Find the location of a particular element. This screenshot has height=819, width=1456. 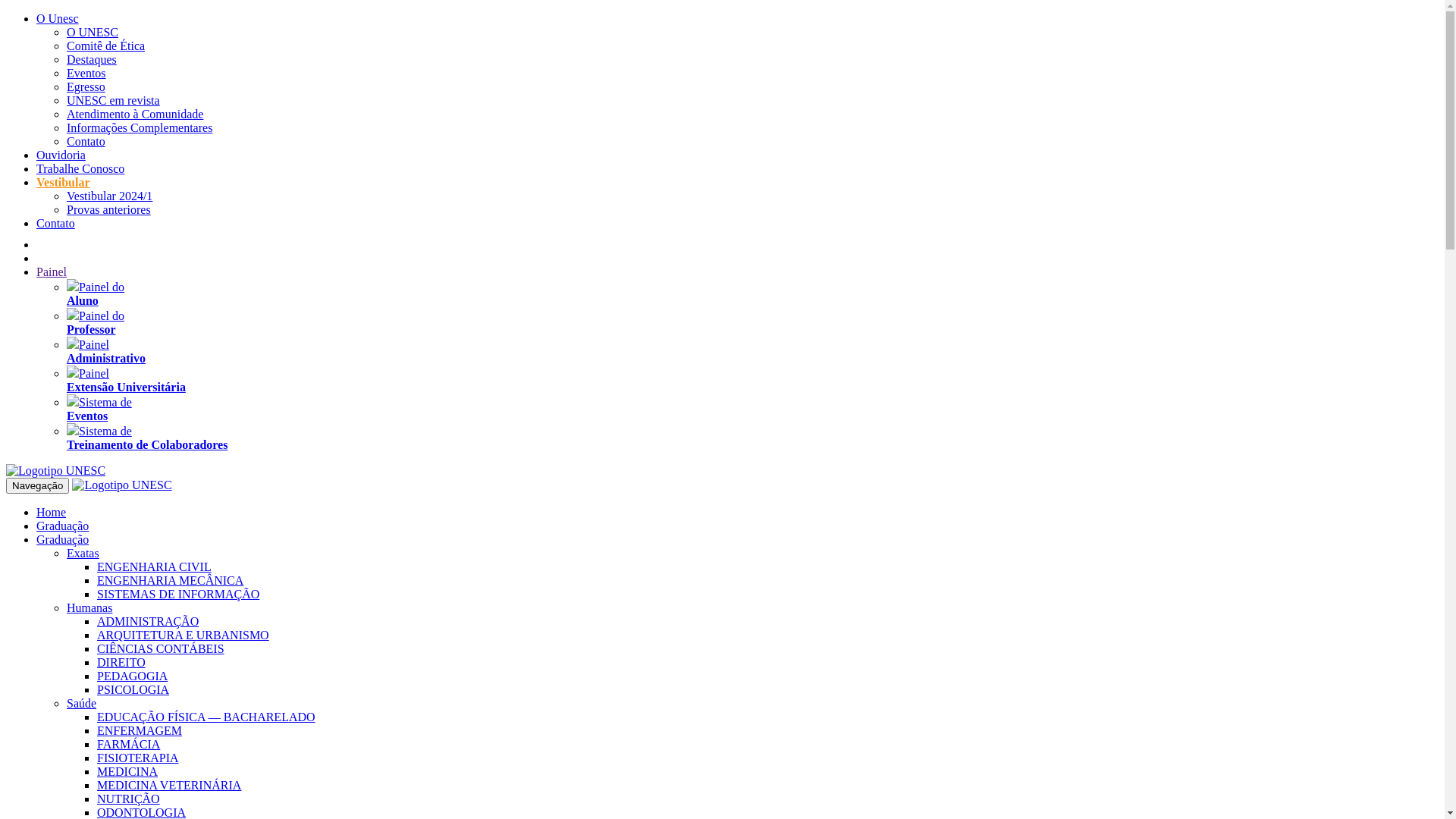

'PEDAGOGIA' is located at coordinates (96, 675).